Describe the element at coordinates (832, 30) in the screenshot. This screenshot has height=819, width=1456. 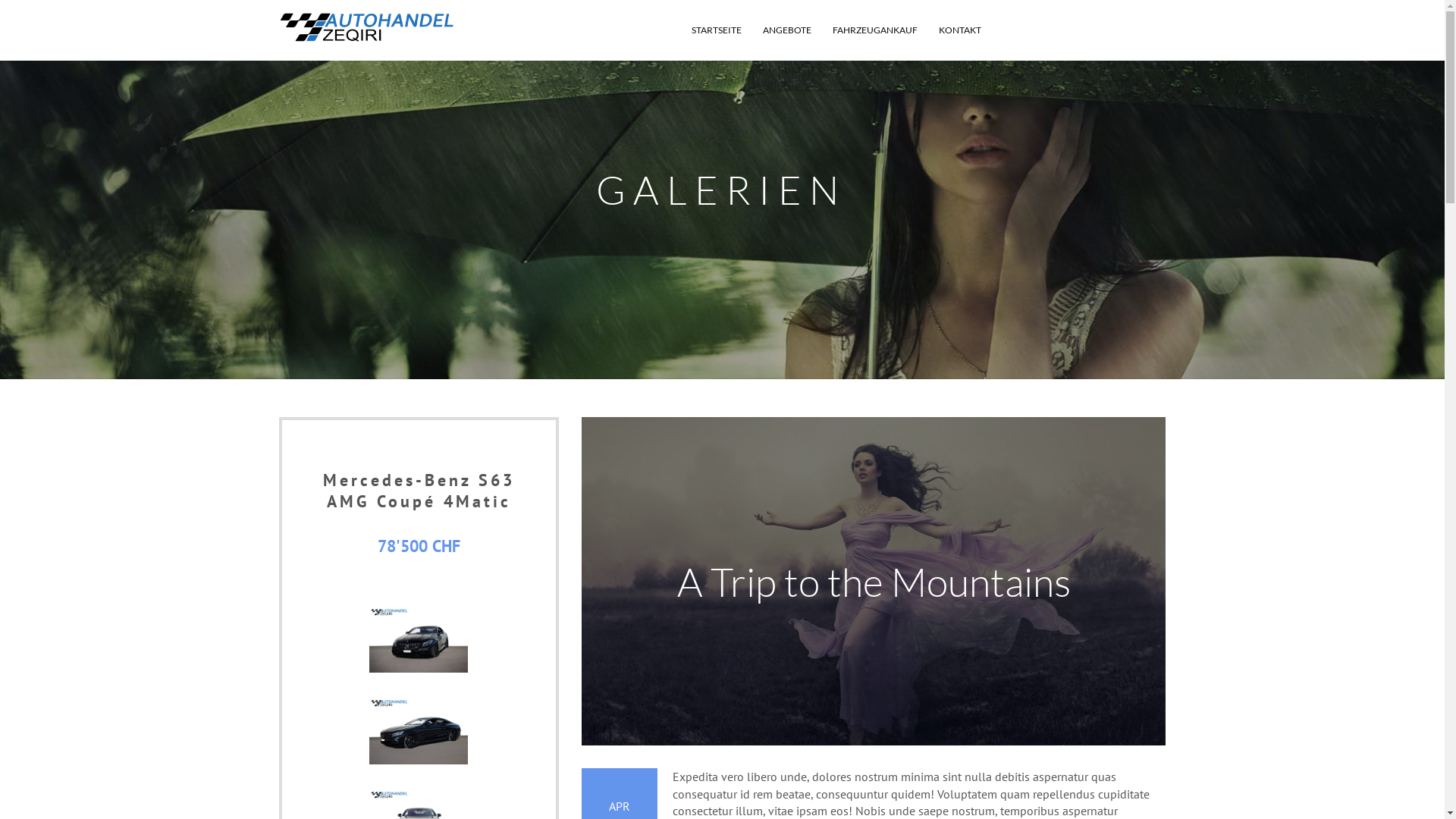
I see `'FAHRZEUGANKAUF'` at that location.